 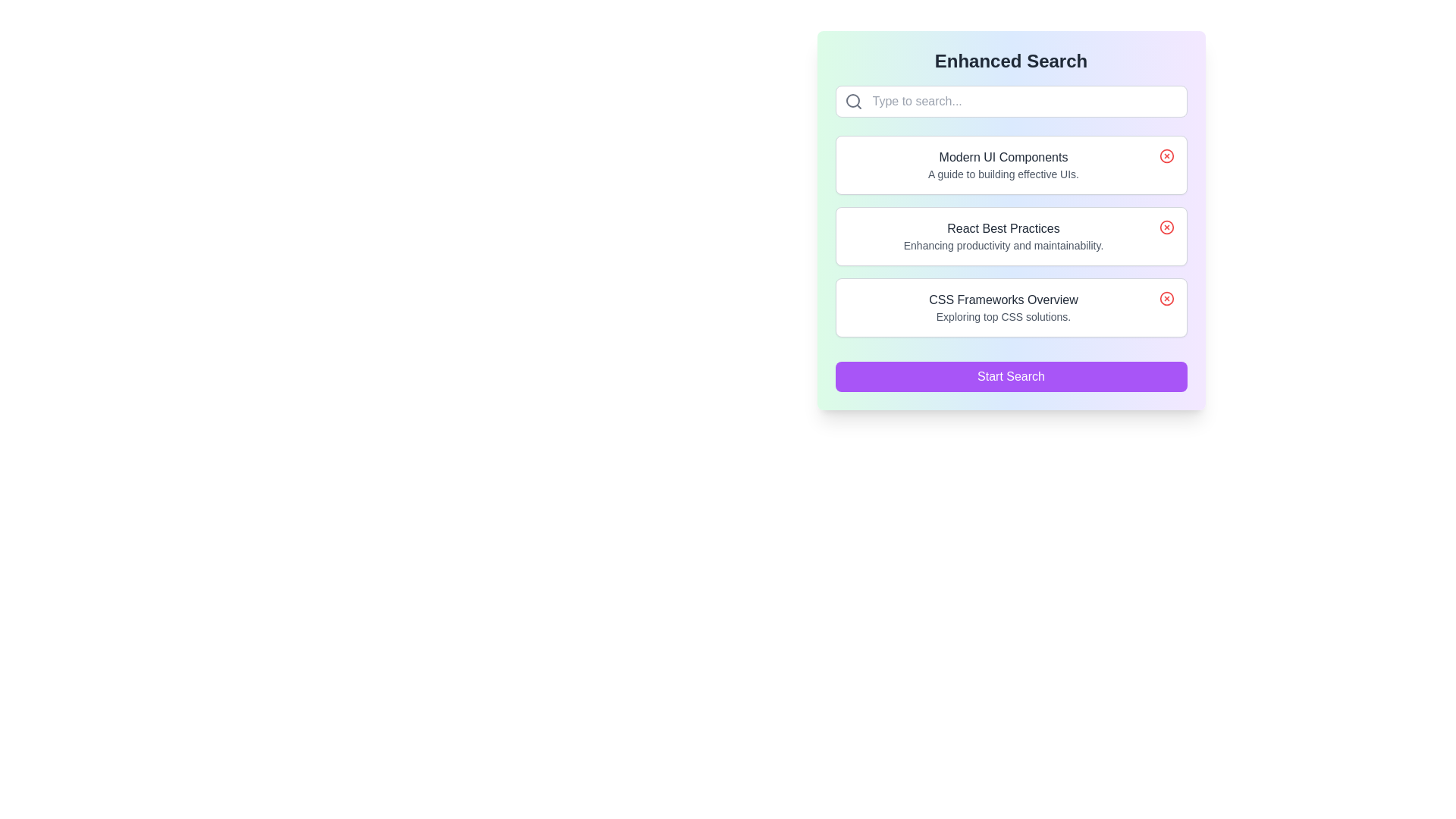 What do you see at coordinates (1003, 158) in the screenshot?
I see `the primary title text of the first item in the vertical list, located below the search bar and above the subtitle 'A guide to building effective UIs'` at bounding box center [1003, 158].